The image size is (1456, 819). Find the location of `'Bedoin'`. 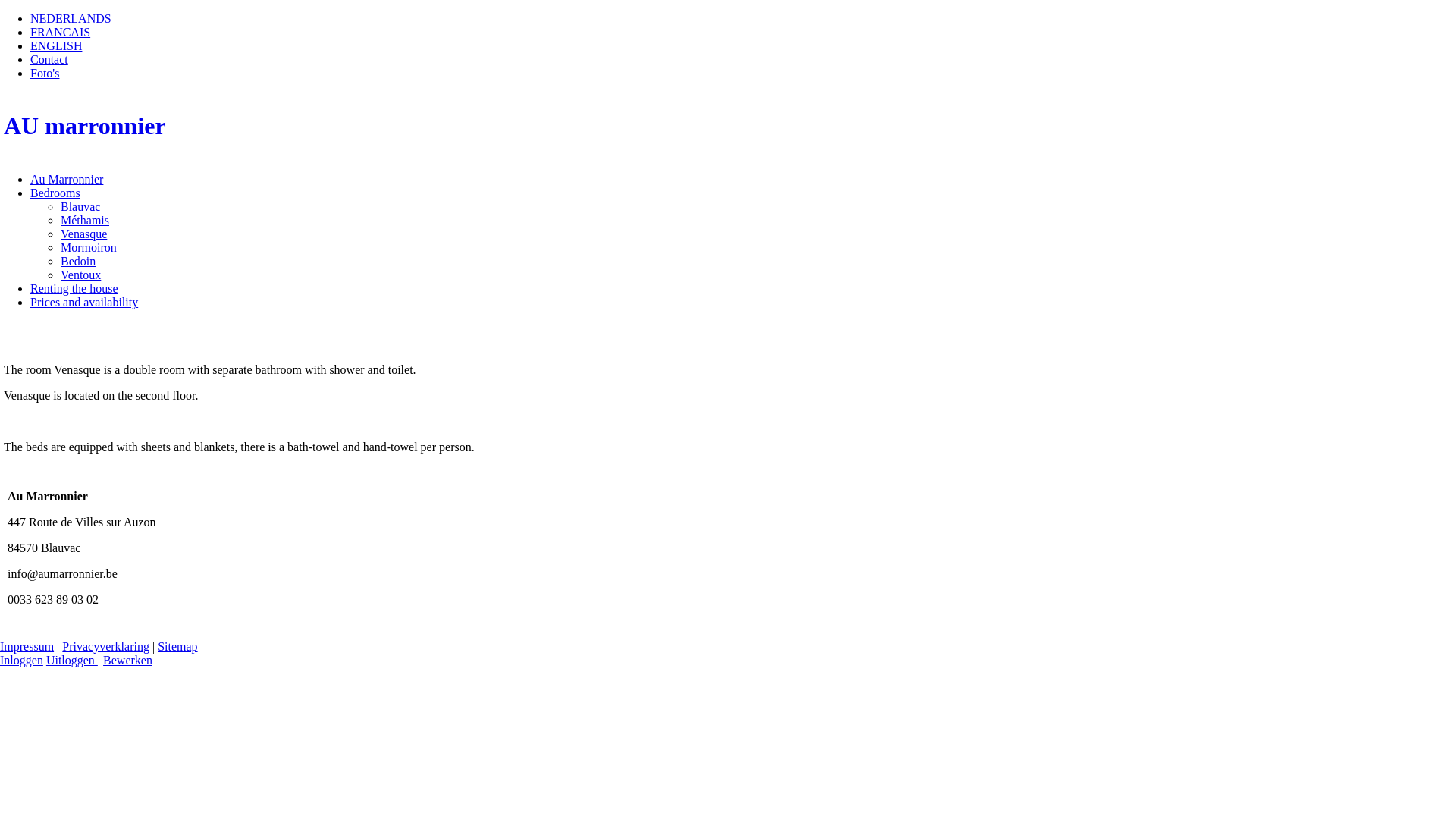

'Bedoin' is located at coordinates (77, 260).